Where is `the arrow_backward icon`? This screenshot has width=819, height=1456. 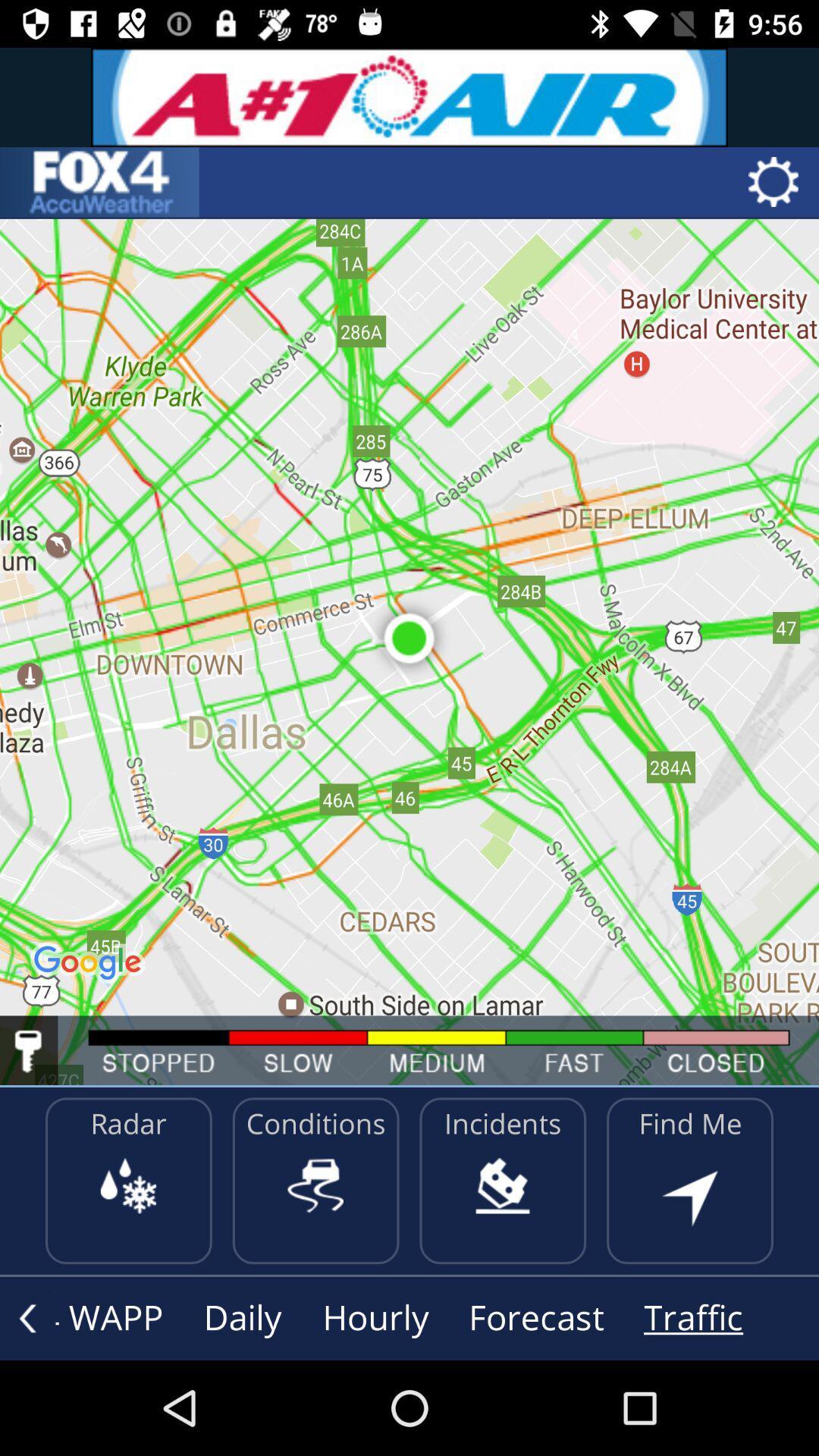
the arrow_backward icon is located at coordinates (27, 1317).